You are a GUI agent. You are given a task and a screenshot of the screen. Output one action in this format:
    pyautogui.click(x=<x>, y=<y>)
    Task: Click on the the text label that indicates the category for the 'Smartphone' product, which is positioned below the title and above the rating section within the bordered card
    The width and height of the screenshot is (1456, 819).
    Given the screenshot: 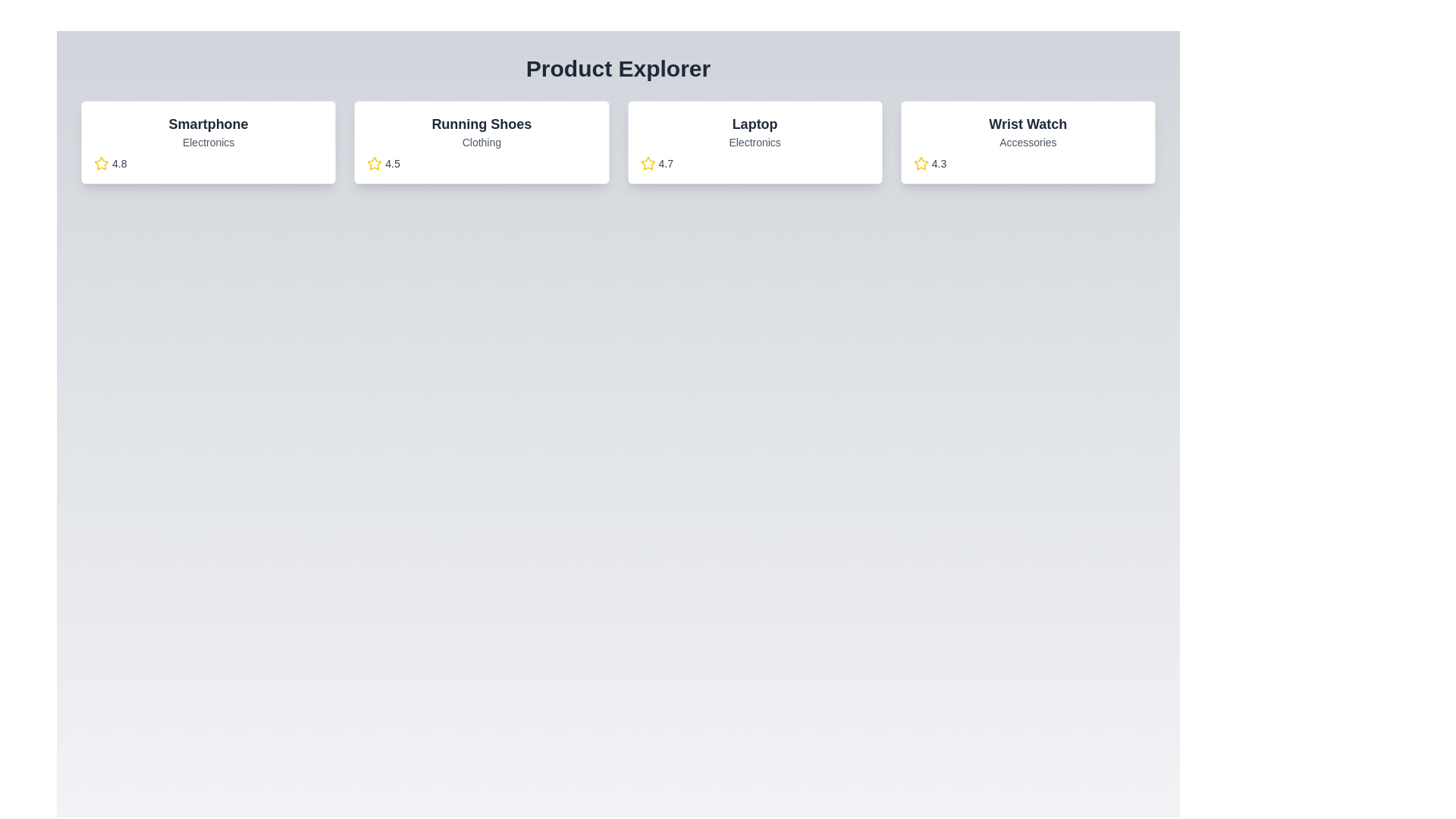 What is the action you would take?
    pyautogui.click(x=208, y=143)
    